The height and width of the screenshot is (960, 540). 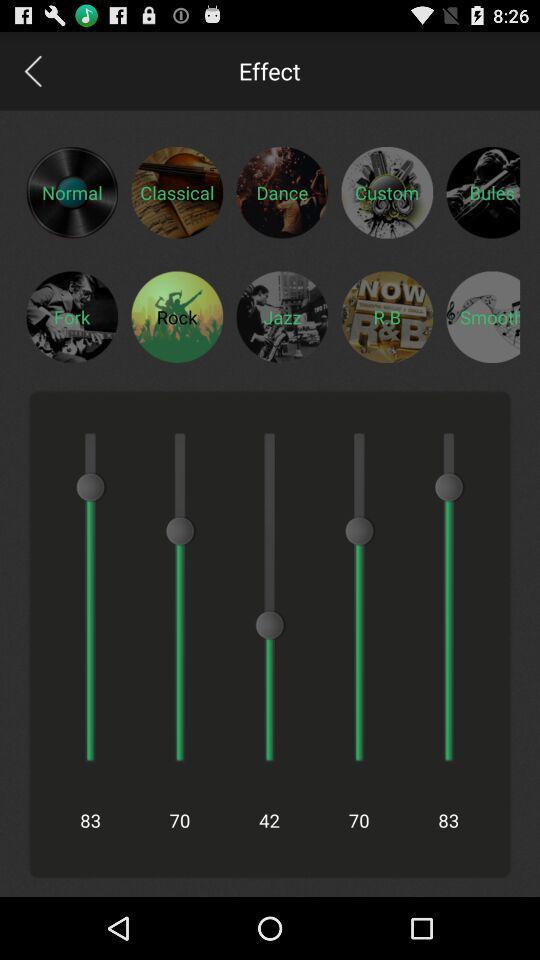 What do you see at coordinates (482, 316) in the screenshot?
I see `smooth effect on music` at bounding box center [482, 316].